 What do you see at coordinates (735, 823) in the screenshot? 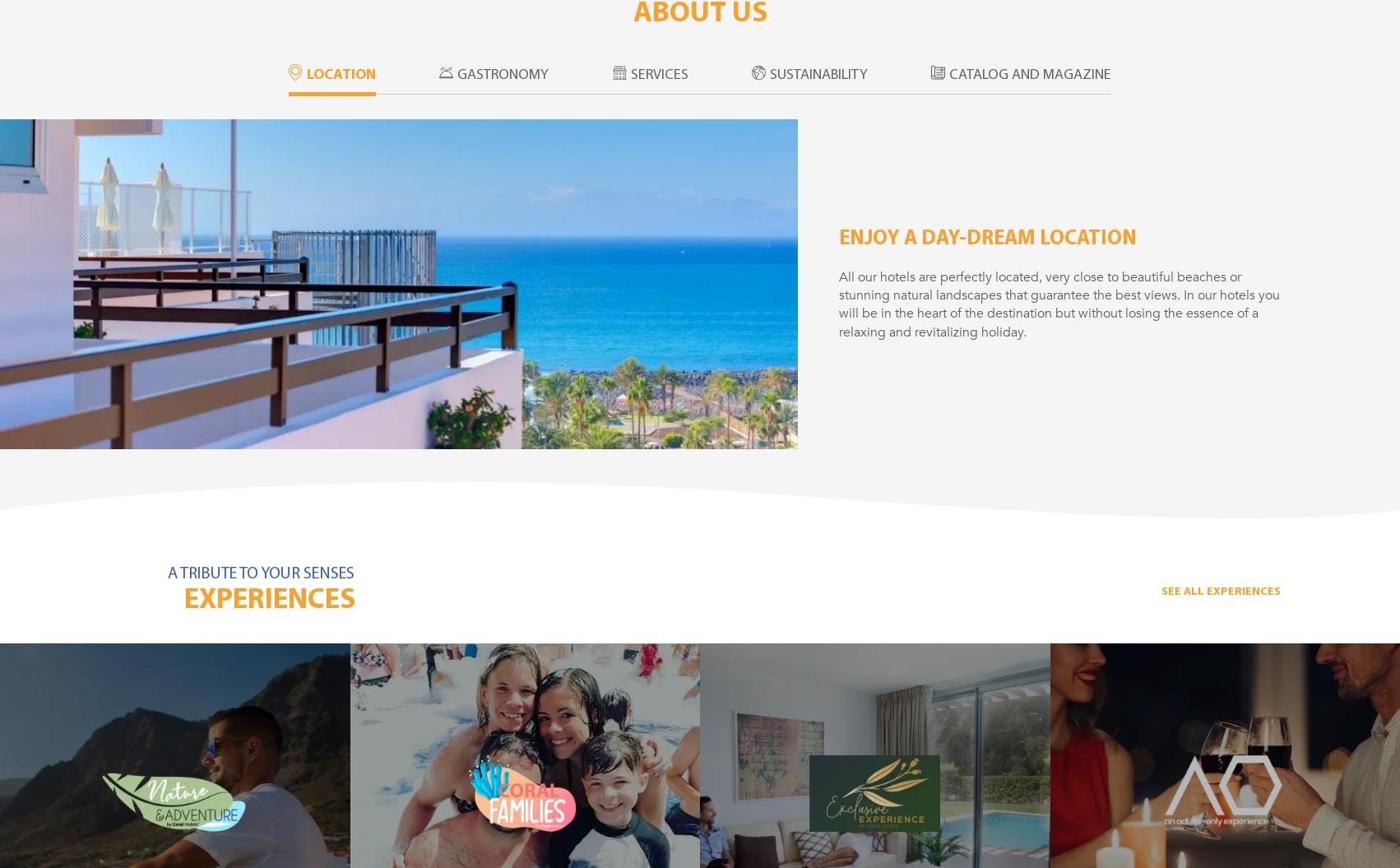
I see `'In Coral Villas La Quinta you will be able to relax and enjoy the sunshine in ...'` at bounding box center [735, 823].